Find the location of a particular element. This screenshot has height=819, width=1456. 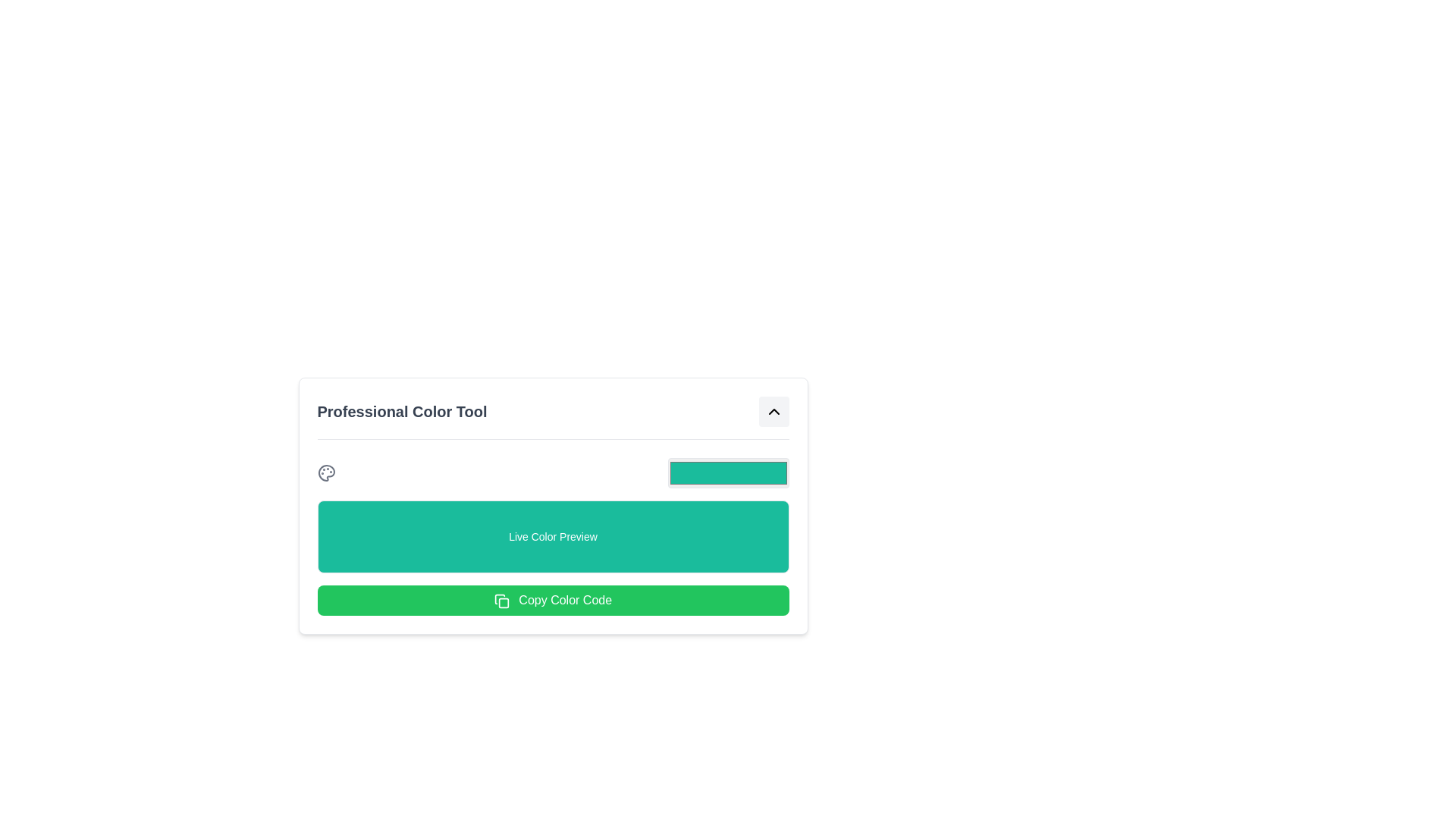

the small rectangular button with rounded corners and a light gray background that contains an upward-pointing chevron icon, located in the top-right corner of the 'Professional Color Tool' section is located at coordinates (773, 412).